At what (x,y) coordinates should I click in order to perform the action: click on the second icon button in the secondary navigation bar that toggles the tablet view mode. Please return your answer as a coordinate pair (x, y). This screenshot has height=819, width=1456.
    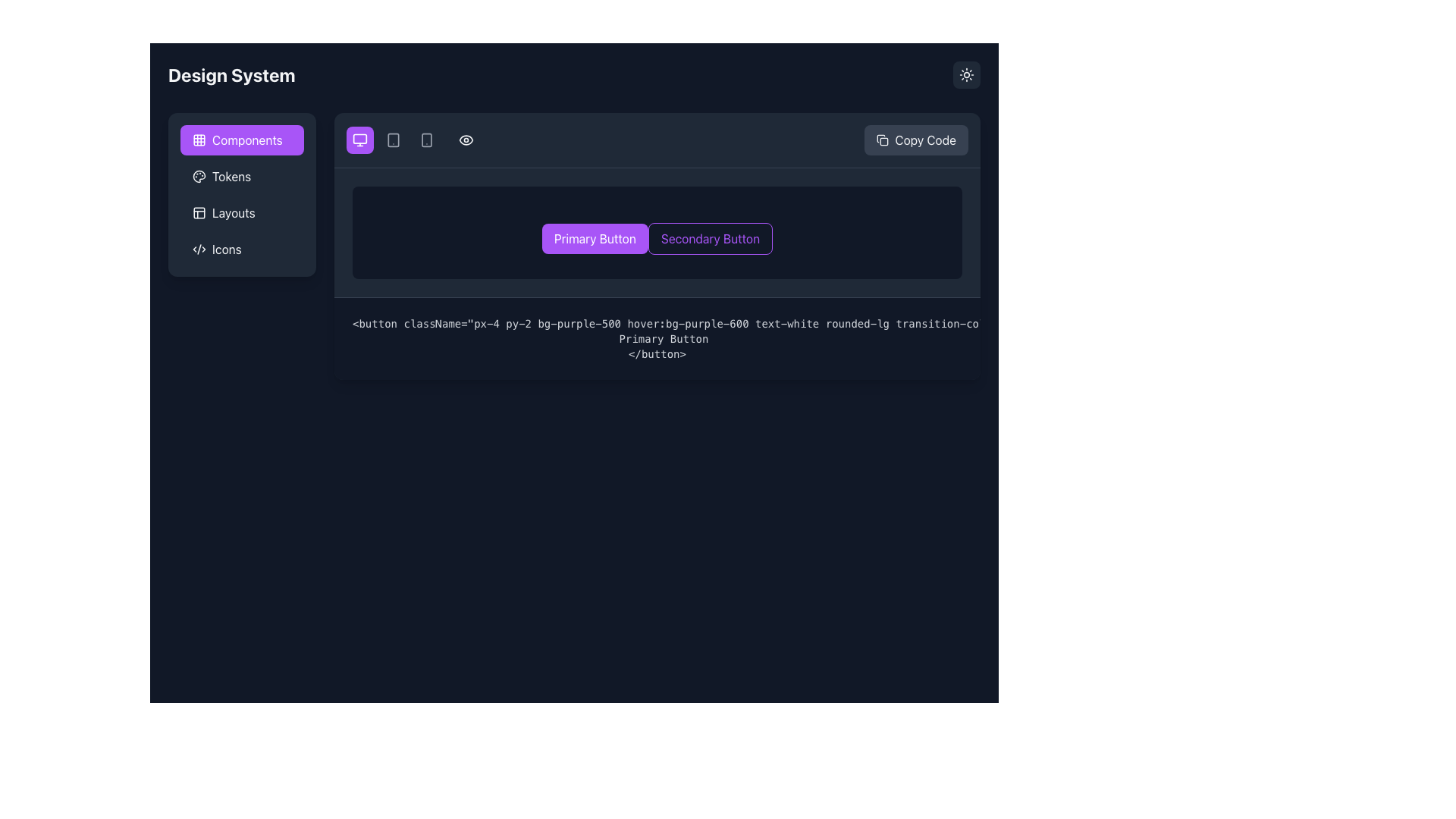
    Looking at the image, I should click on (393, 140).